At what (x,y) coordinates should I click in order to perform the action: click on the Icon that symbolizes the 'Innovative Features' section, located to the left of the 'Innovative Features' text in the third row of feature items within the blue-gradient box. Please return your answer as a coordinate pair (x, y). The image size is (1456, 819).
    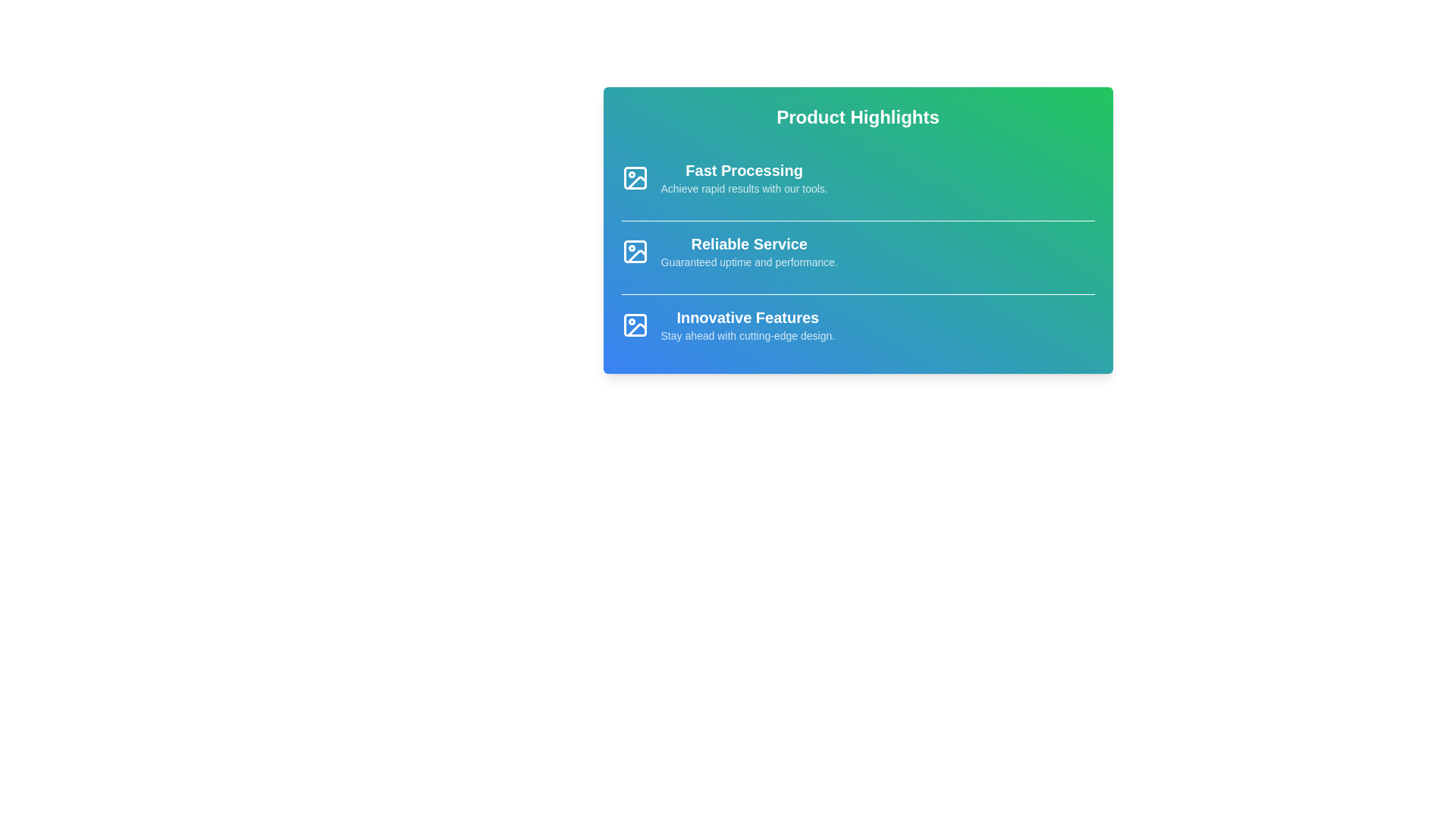
    Looking at the image, I should click on (635, 324).